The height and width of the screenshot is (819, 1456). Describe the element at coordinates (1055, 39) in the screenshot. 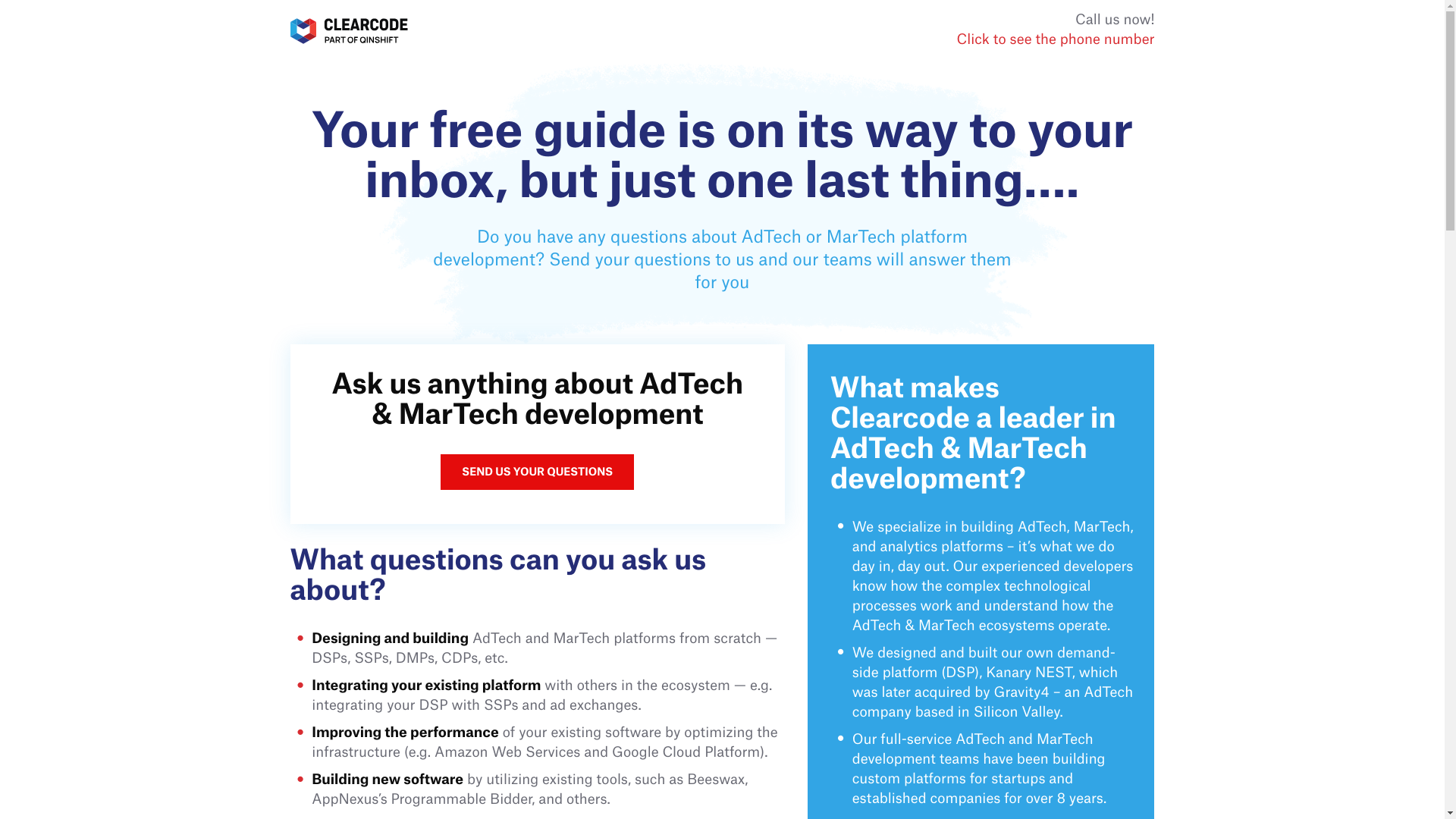

I see `'Click to see the phone number'` at that location.